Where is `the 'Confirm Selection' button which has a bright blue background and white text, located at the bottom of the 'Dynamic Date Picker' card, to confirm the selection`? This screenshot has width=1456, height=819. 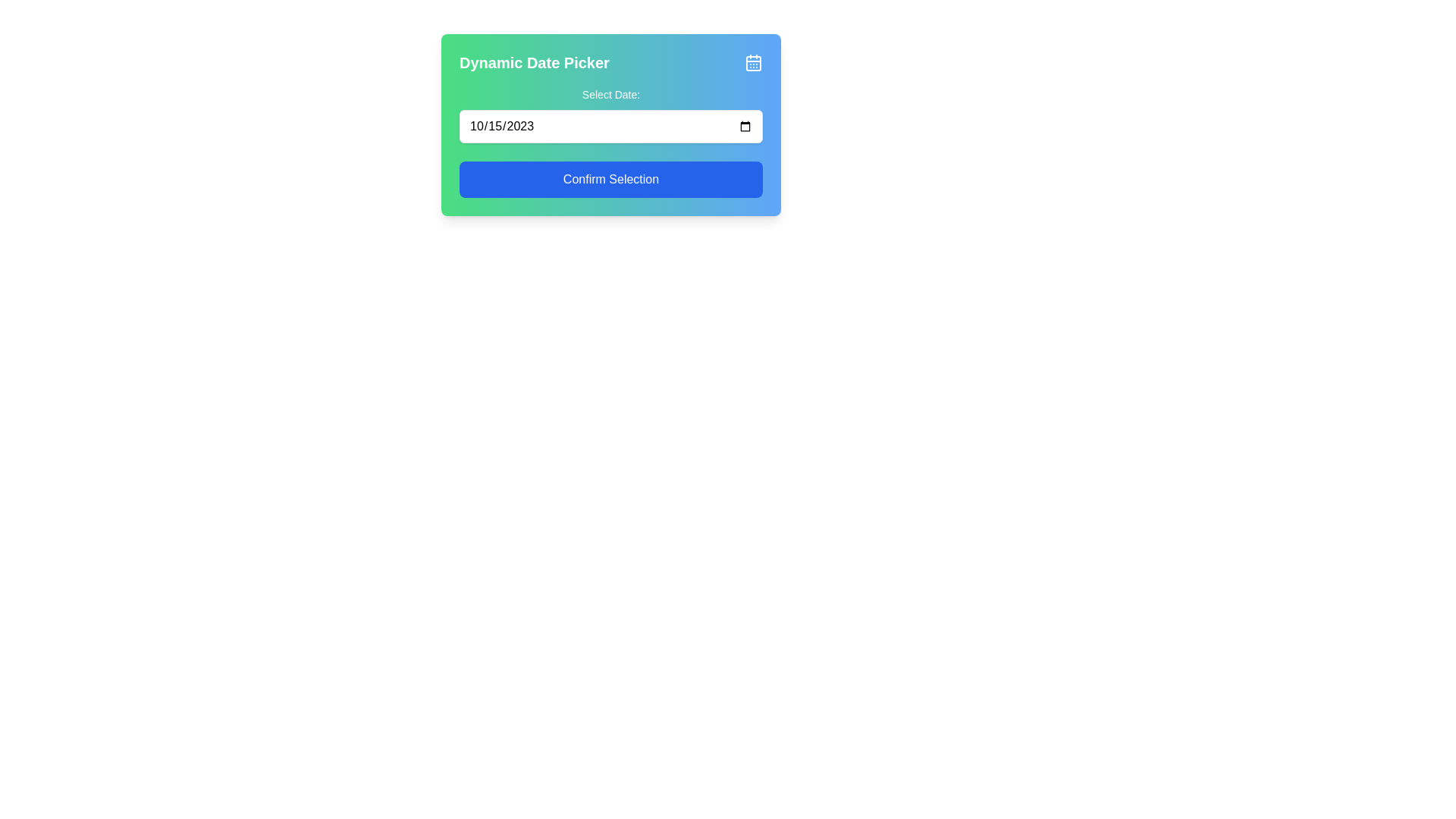 the 'Confirm Selection' button which has a bright blue background and white text, located at the bottom of the 'Dynamic Date Picker' card, to confirm the selection is located at coordinates (611, 178).